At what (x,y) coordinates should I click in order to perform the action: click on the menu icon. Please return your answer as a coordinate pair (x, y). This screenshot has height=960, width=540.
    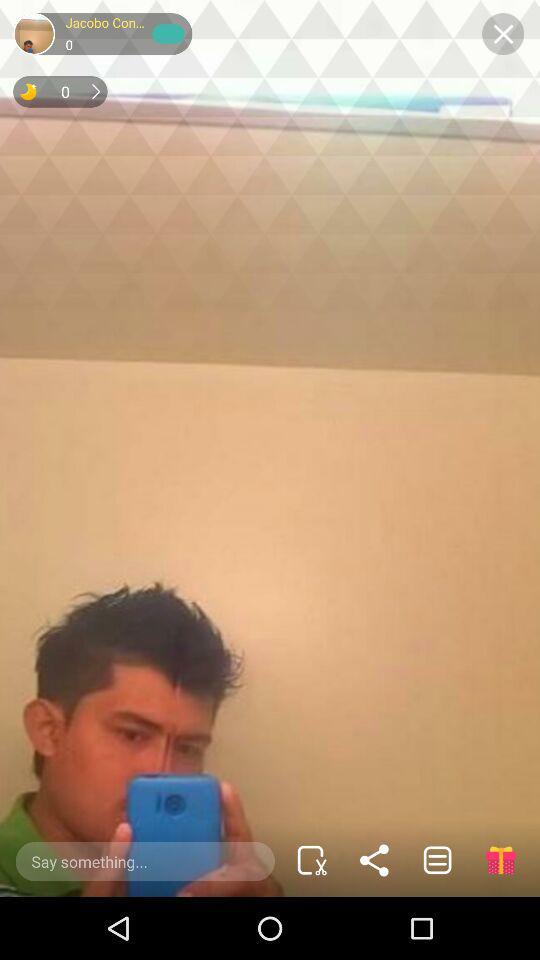
    Looking at the image, I should click on (436, 859).